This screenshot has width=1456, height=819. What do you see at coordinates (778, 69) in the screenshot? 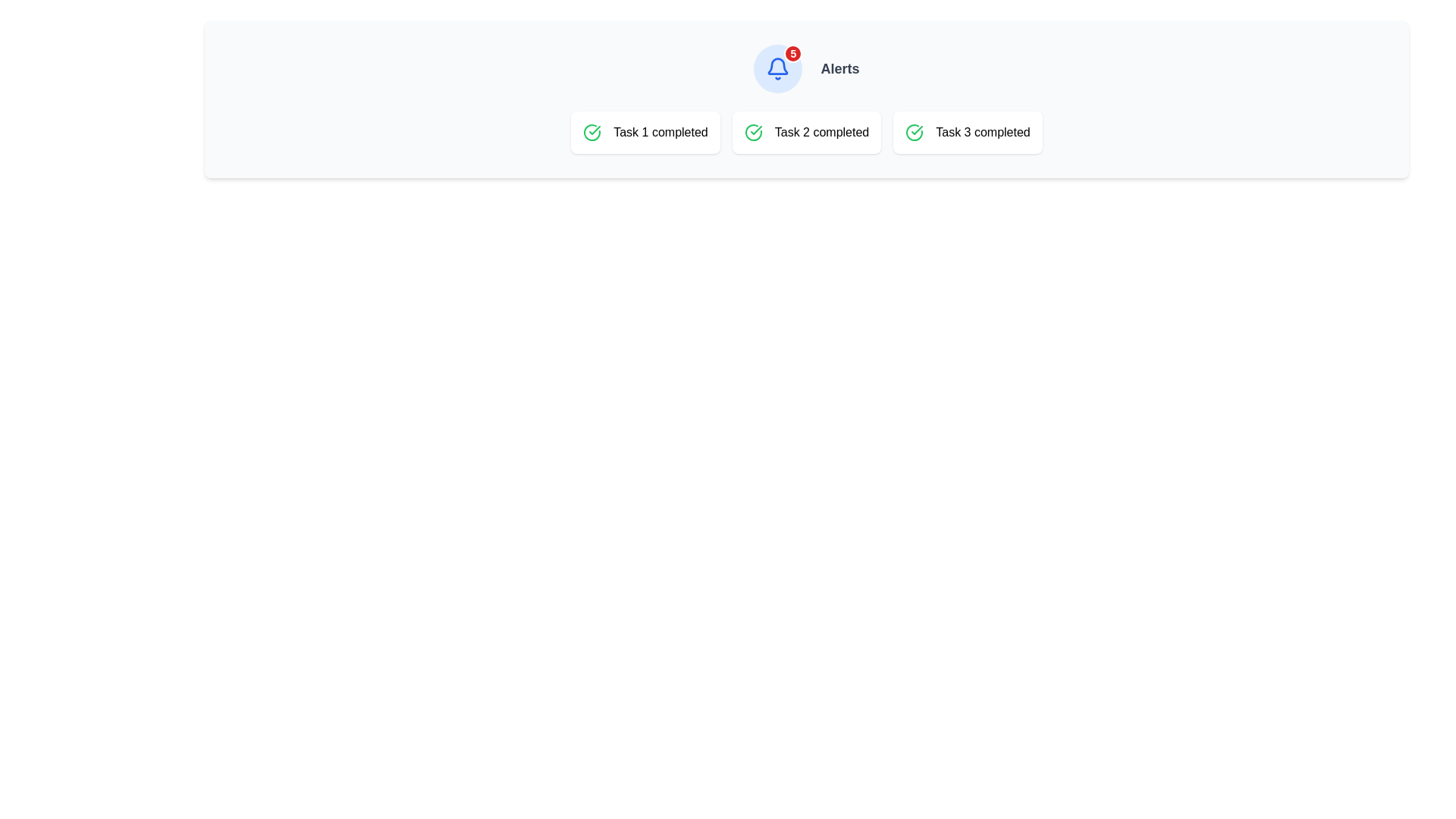
I see `the circular button with a blue background and bell icon, which has a red badge displaying '5' in white text, located to the left of the 'Alerts' text` at bounding box center [778, 69].